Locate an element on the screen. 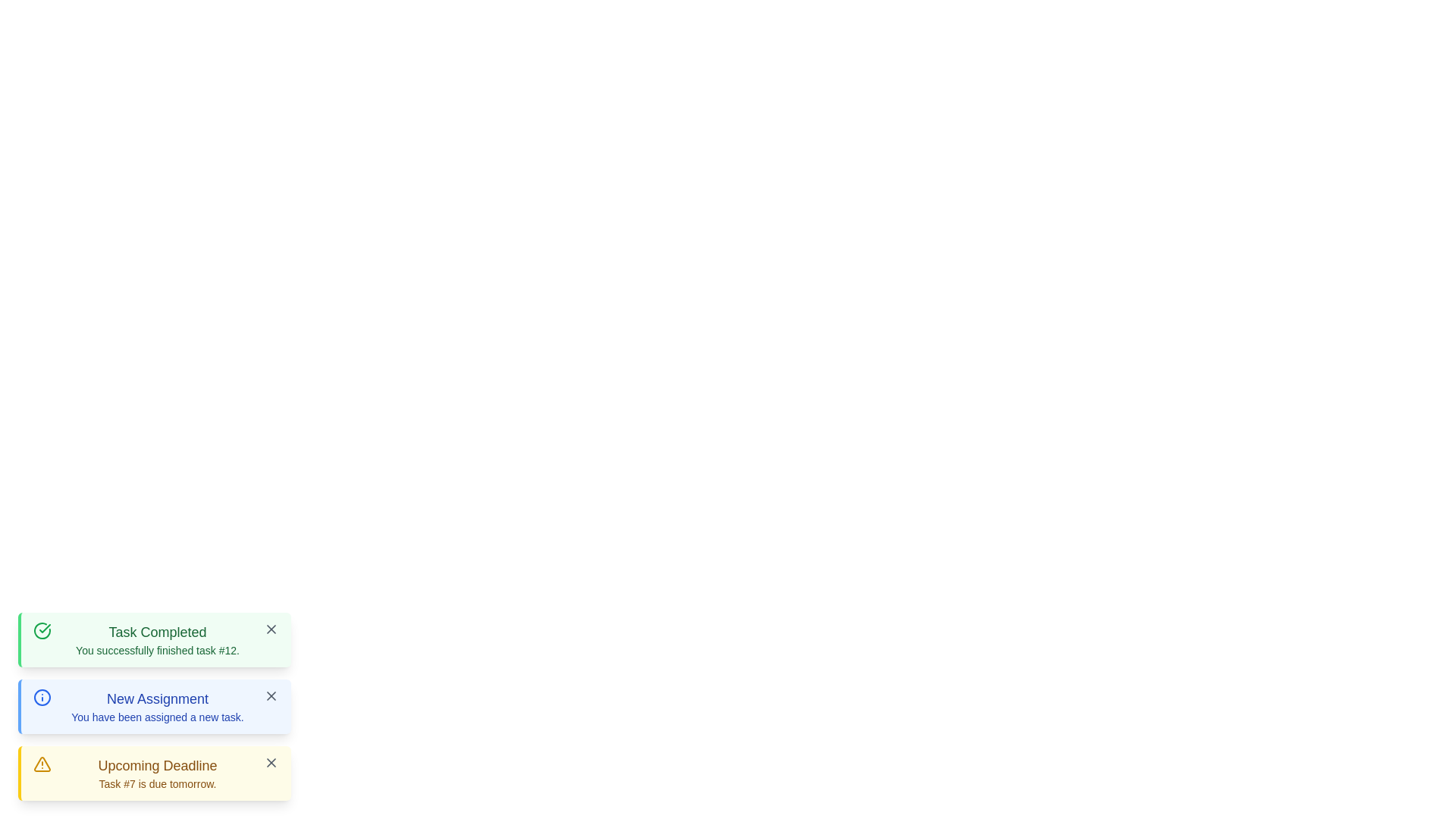 This screenshot has height=819, width=1456. the upper diagonal line of the close button icon within the notification card labeled 'New Assignment' to indicate the option to dismiss the notification is located at coordinates (271, 696).